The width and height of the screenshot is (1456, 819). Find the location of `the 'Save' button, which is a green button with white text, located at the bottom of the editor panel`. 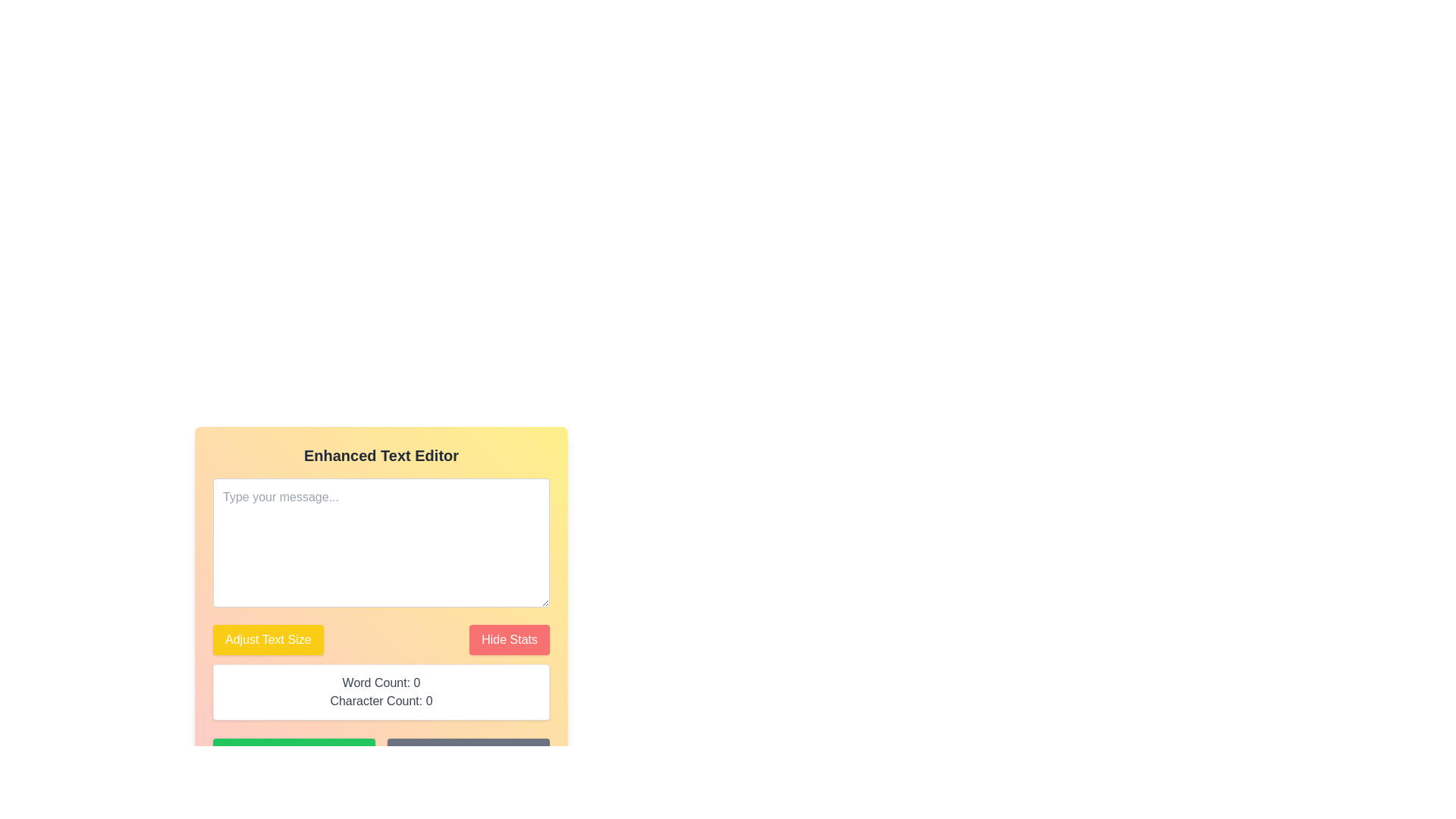

the 'Save' button, which is a green button with white text, located at the bottom of the editor panel is located at coordinates (294, 754).